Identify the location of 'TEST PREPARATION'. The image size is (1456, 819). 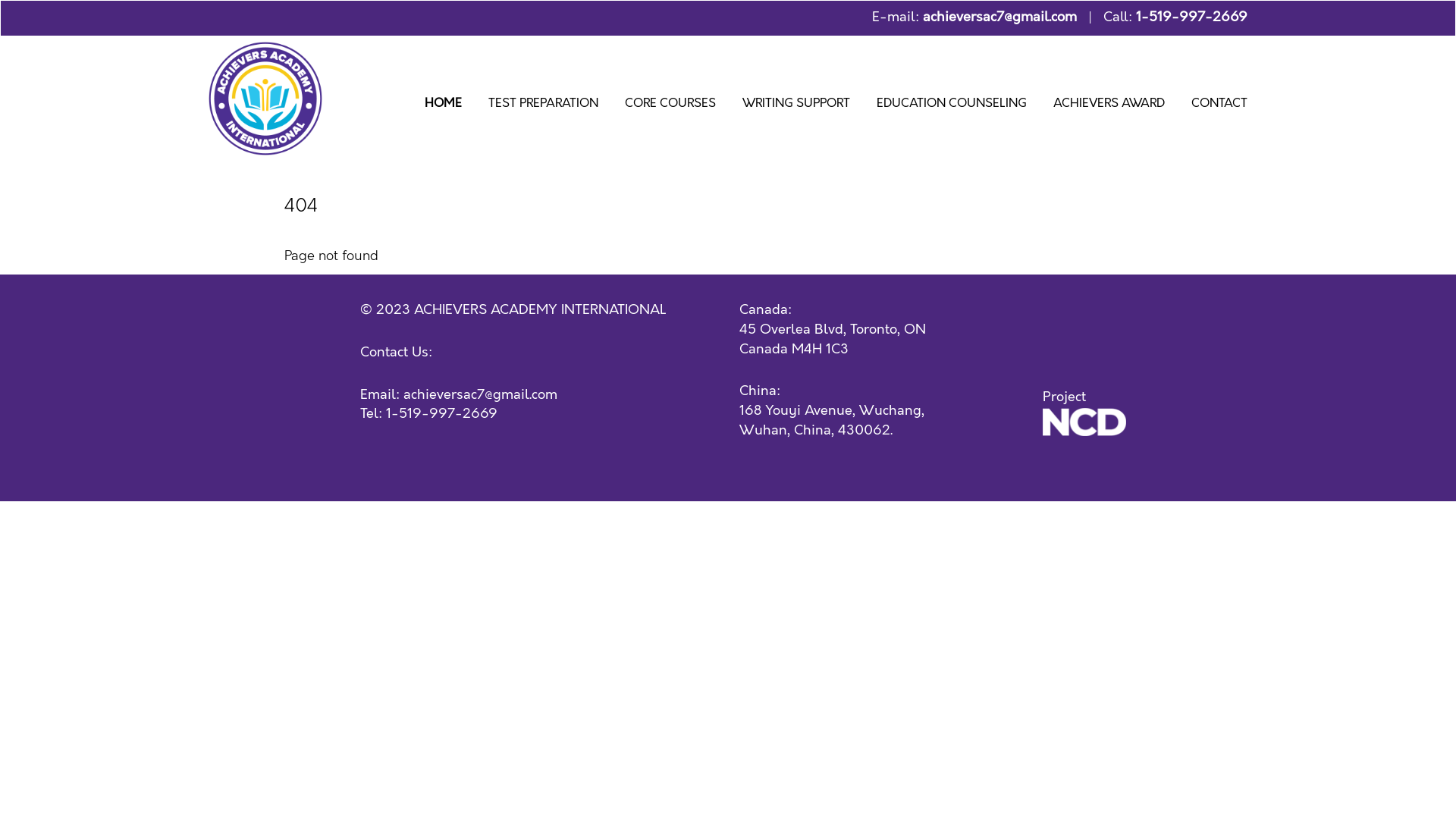
(543, 105).